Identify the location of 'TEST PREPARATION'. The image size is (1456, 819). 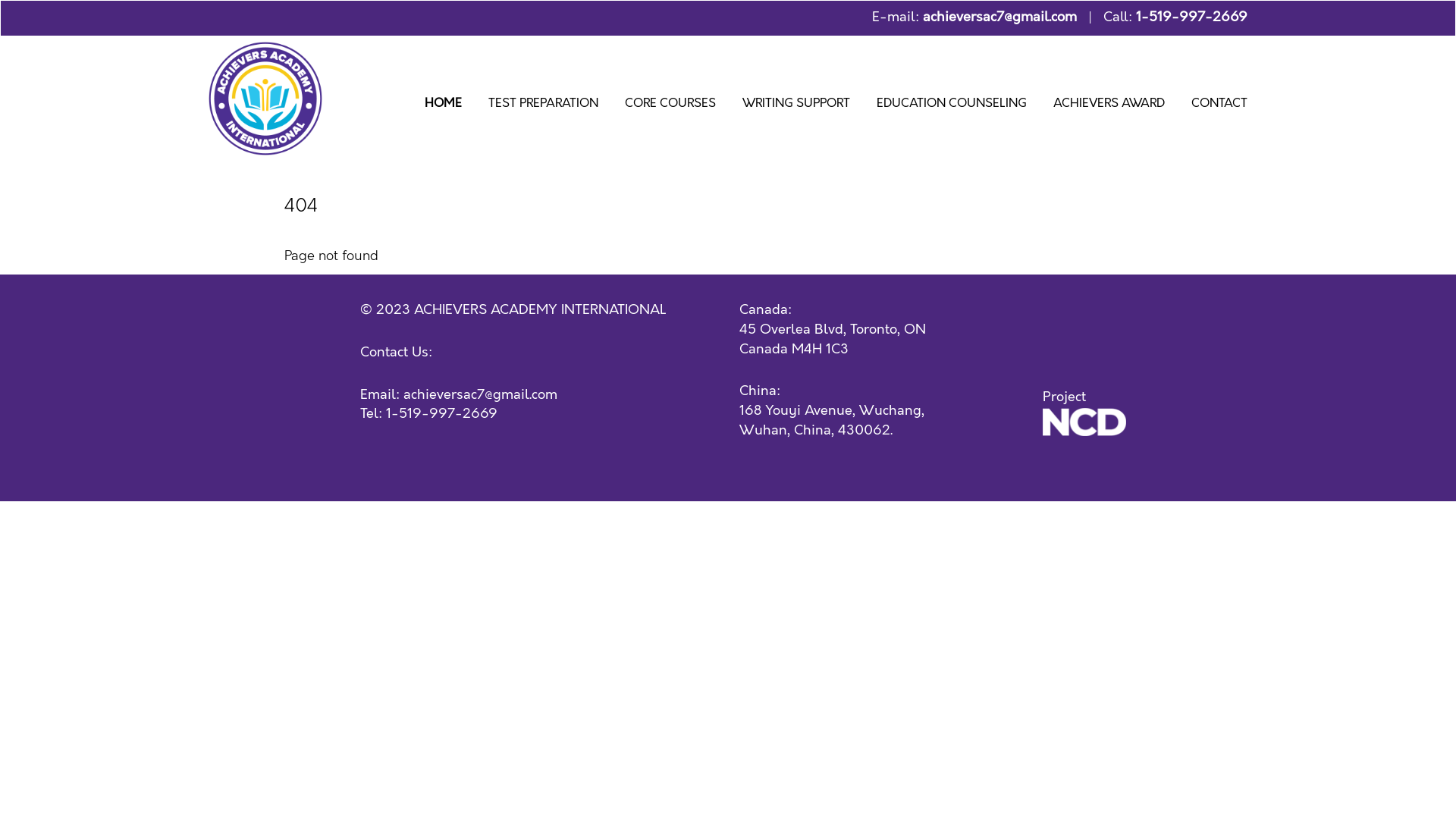
(543, 105).